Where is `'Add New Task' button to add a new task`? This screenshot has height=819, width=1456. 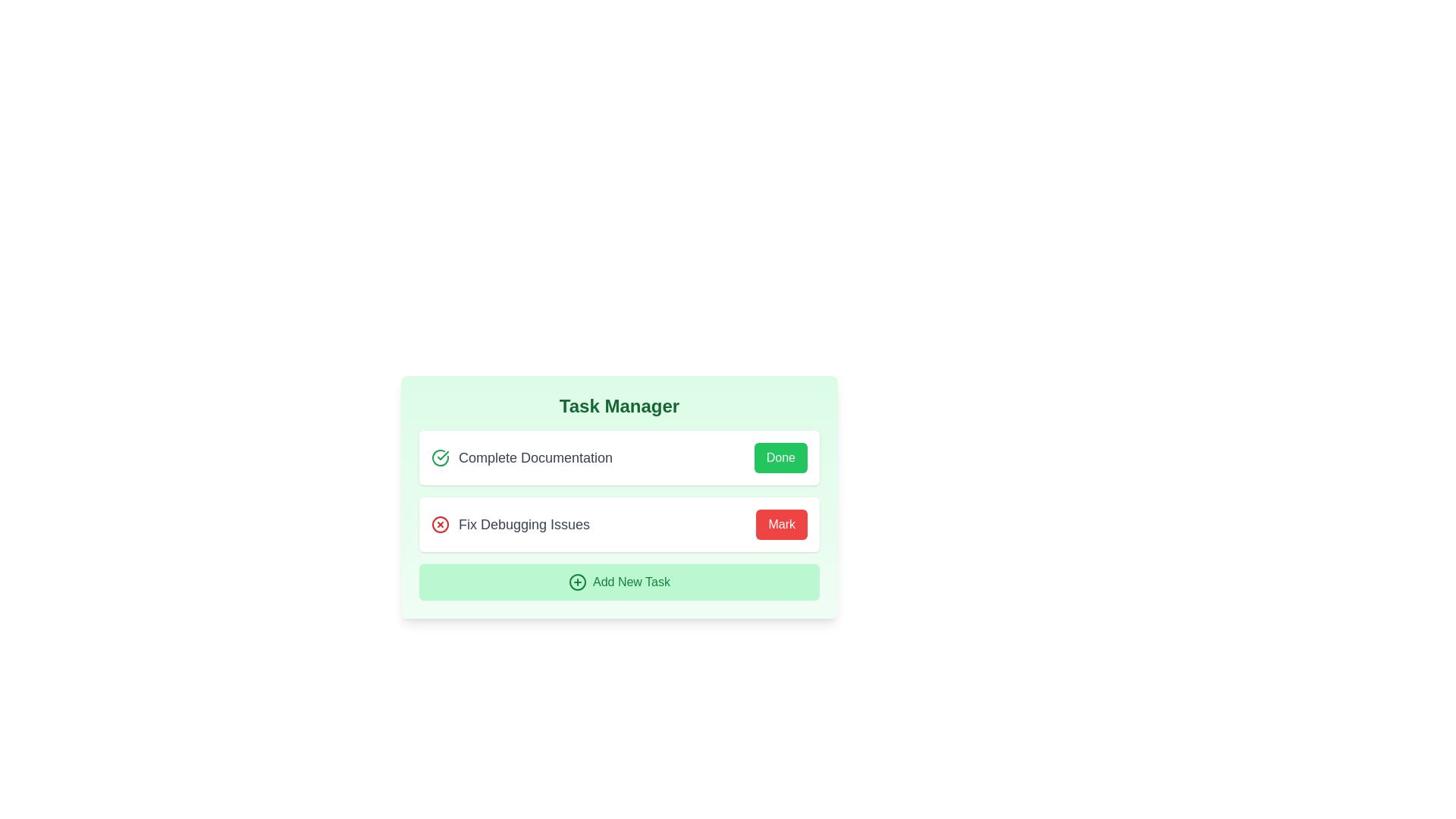 'Add New Task' button to add a new task is located at coordinates (619, 581).